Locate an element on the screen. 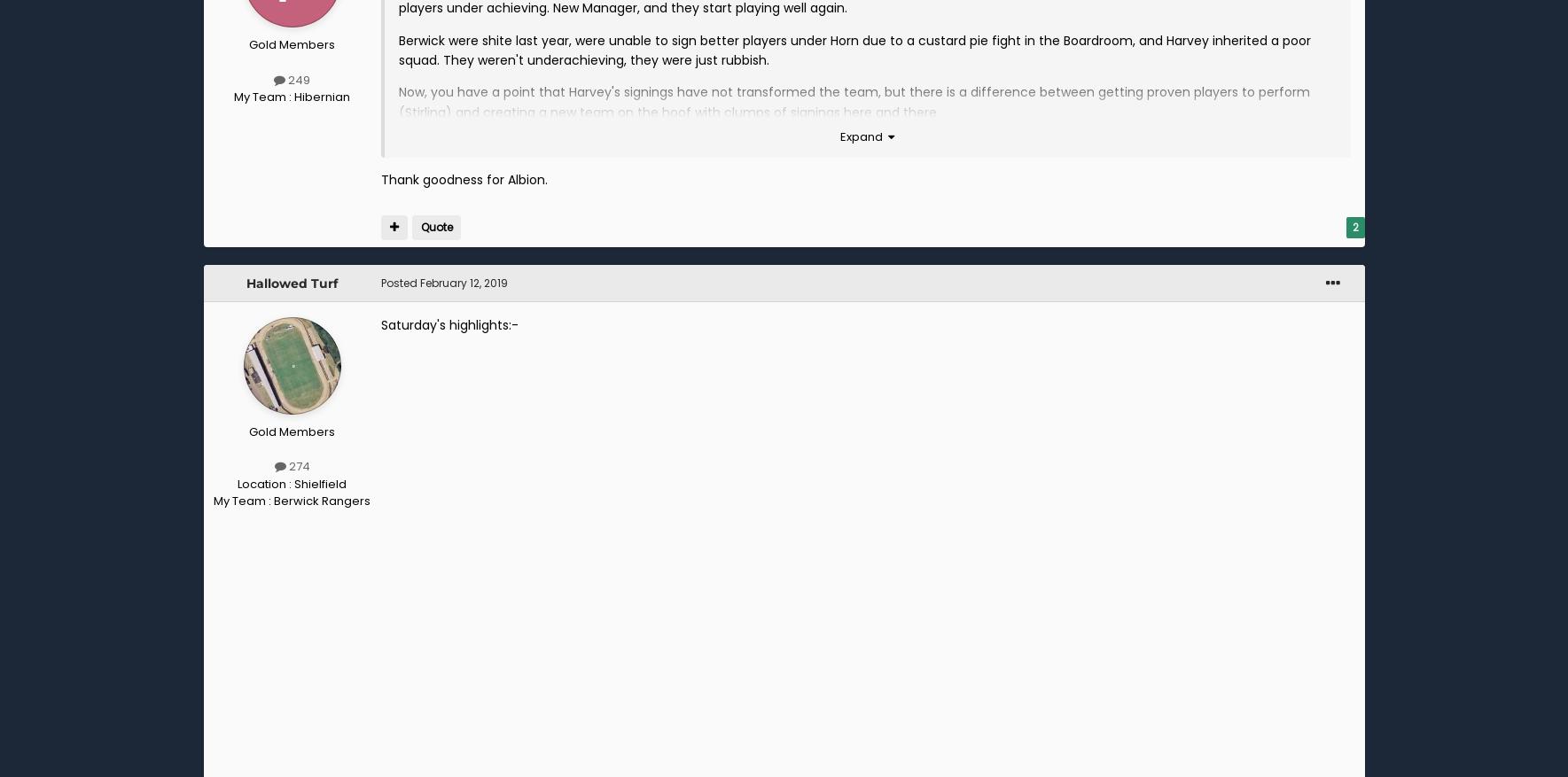 The height and width of the screenshot is (777, 1568). 'Shielfield' is located at coordinates (319, 483).